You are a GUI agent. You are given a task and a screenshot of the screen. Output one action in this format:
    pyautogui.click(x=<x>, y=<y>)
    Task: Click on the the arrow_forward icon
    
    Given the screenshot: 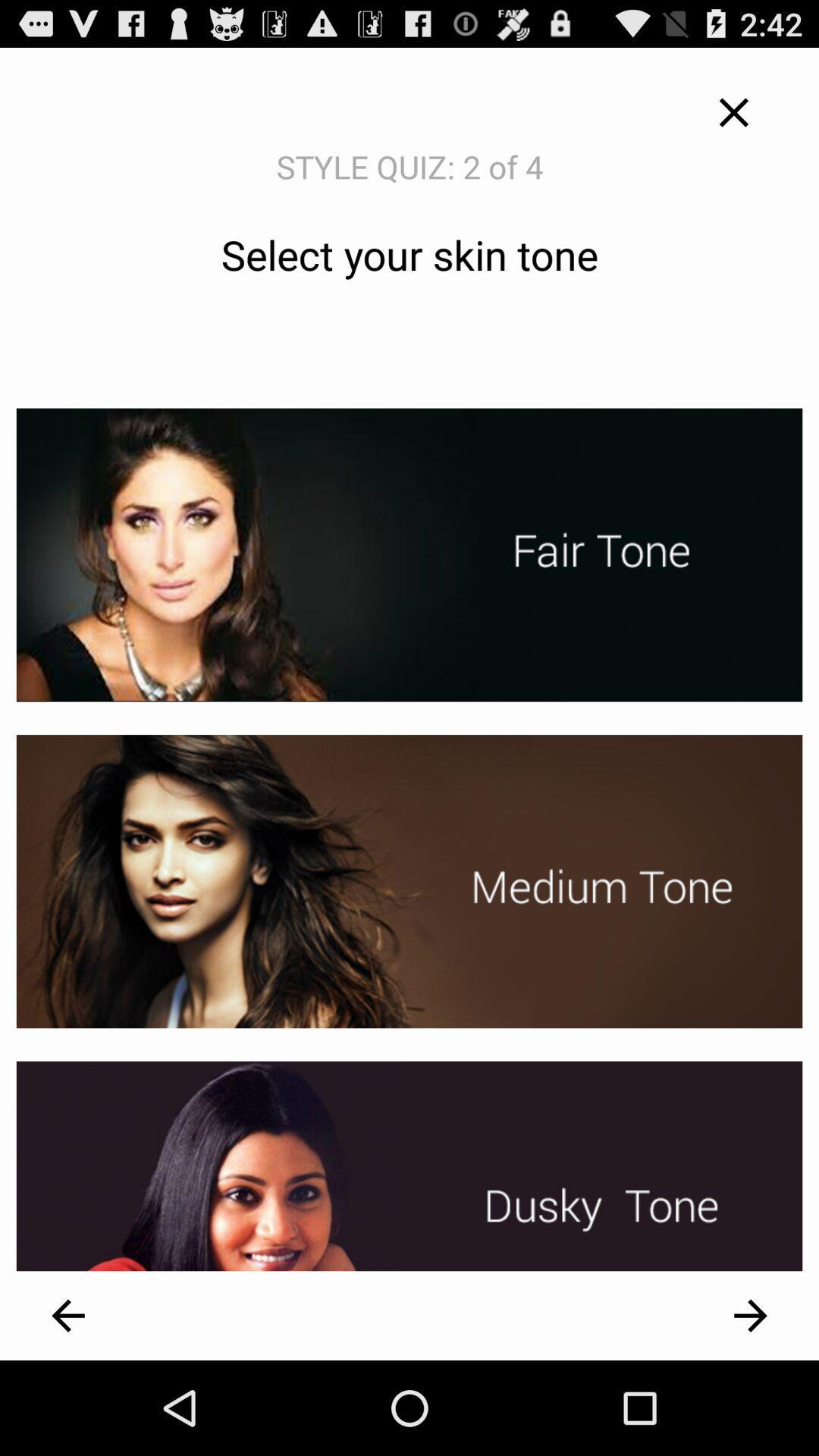 What is the action you would take?
    pyautogui.click(x=751, y=1407)
    